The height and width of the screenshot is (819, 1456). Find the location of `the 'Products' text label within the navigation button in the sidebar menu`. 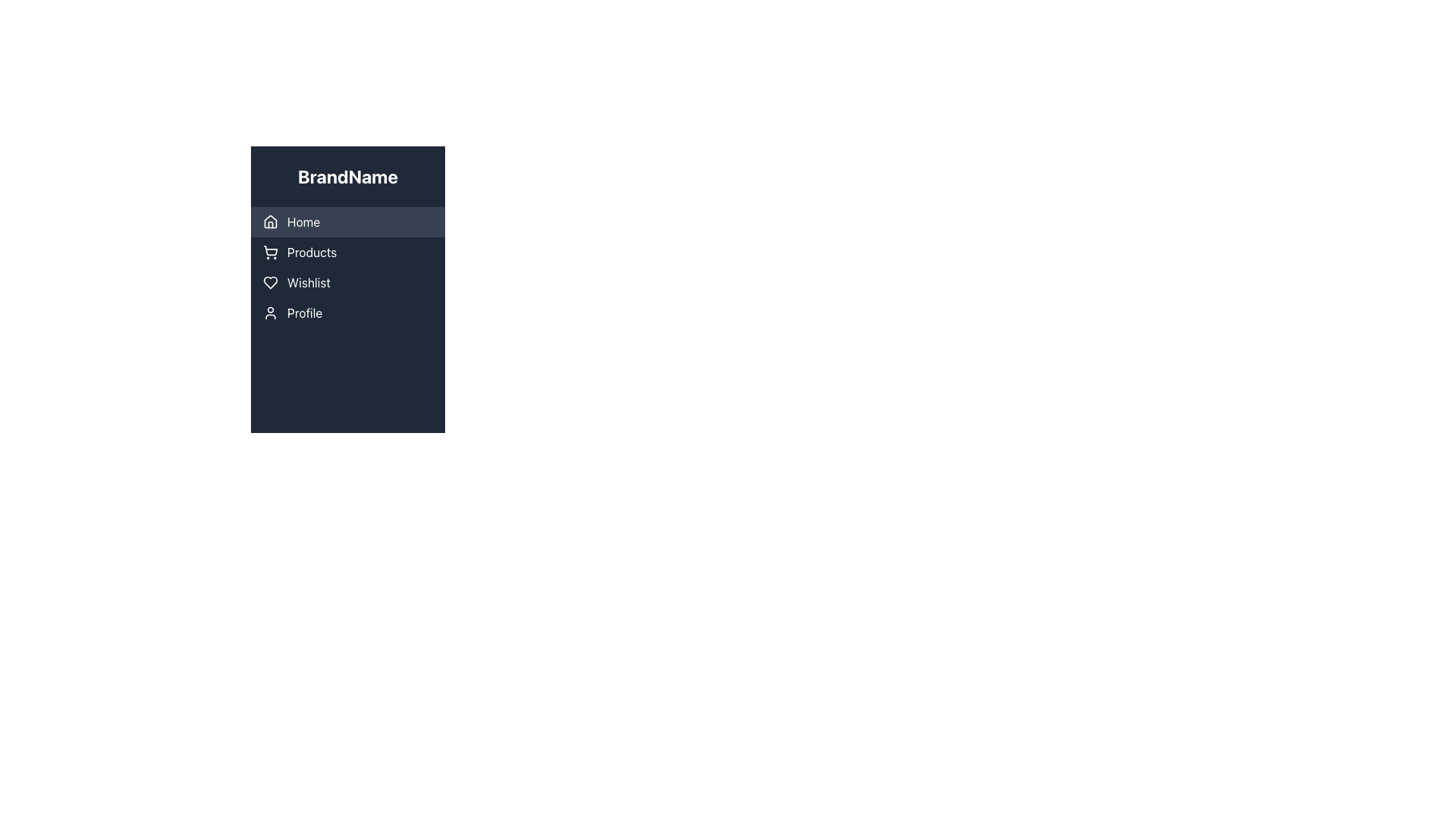

the 'Products' text label within the navigation button in the sidebar menu is located at coordinates (311, 251).